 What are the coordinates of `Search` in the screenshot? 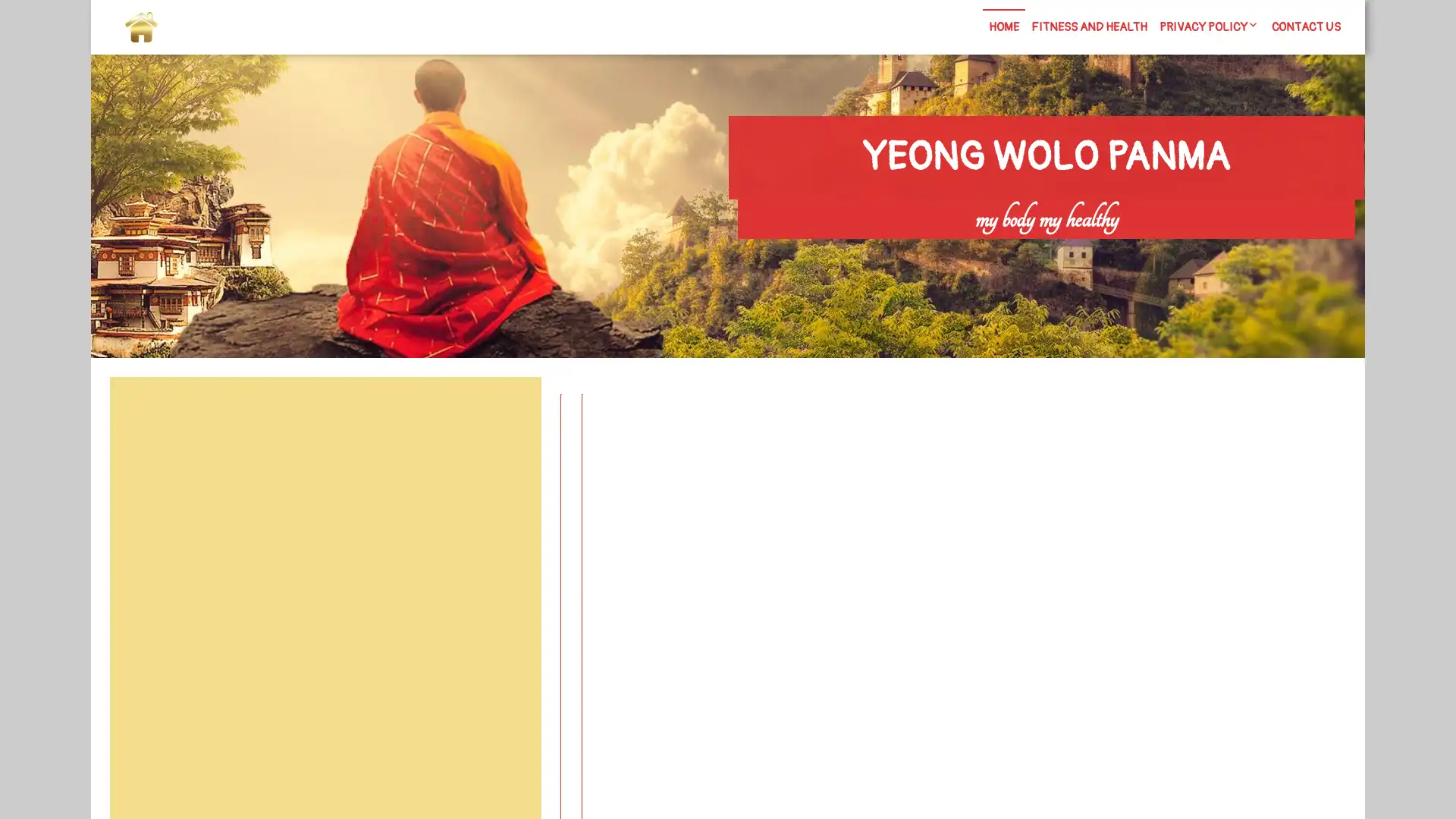 It's located at (1181, 248).